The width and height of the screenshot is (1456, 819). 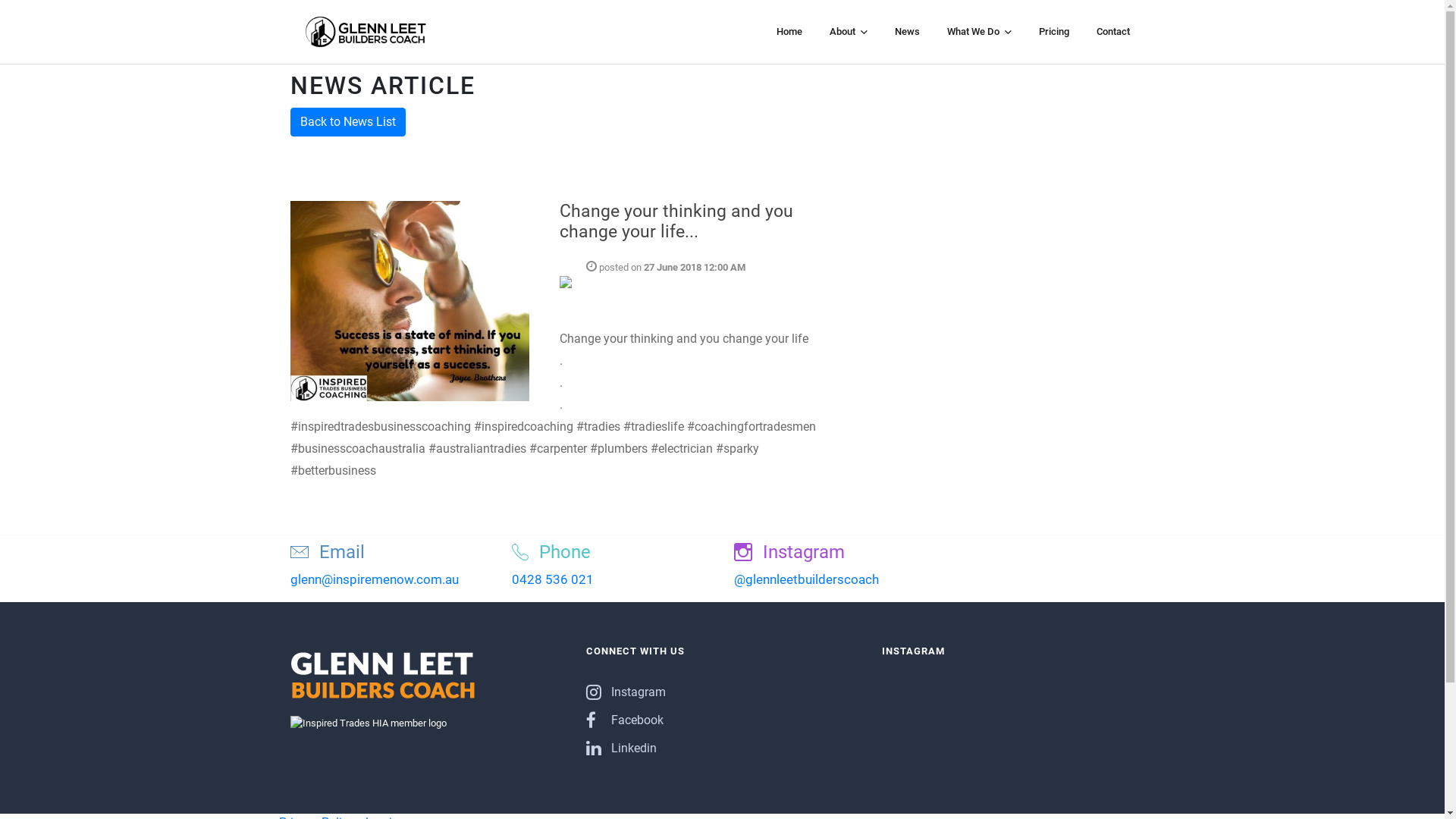 I want to click on 'Pricing', so click(x=1031, y=32).